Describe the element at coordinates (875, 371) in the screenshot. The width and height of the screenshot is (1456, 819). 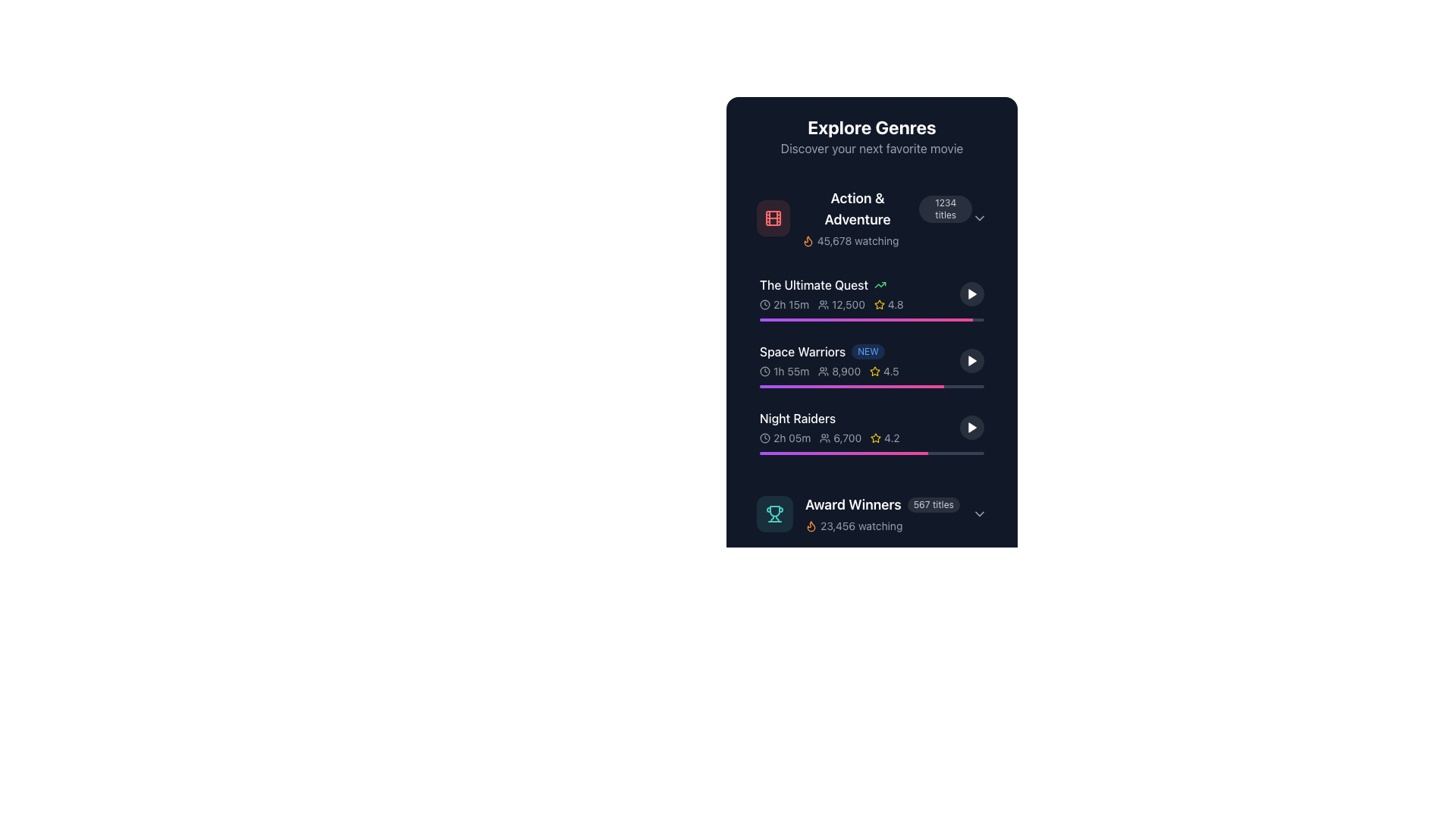
I see `the star rating icon for the 'Space Warriors' item, which is located to the left of the numeric rating '4.5' and beneath the text for 'The Ultimate Quest'` at that location.